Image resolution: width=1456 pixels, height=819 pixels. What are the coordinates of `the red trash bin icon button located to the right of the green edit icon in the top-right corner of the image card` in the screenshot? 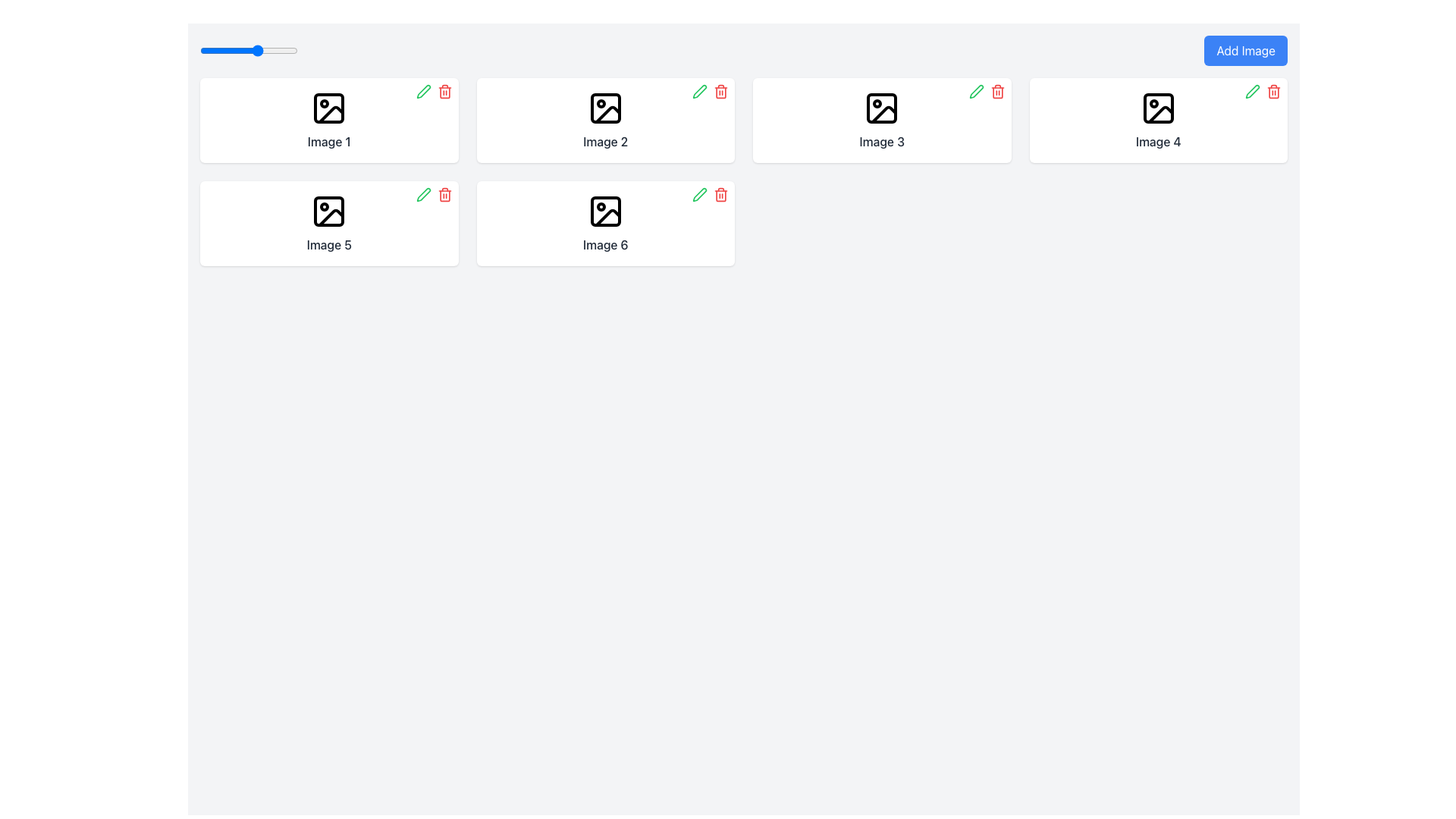 It's located at (444, 91).